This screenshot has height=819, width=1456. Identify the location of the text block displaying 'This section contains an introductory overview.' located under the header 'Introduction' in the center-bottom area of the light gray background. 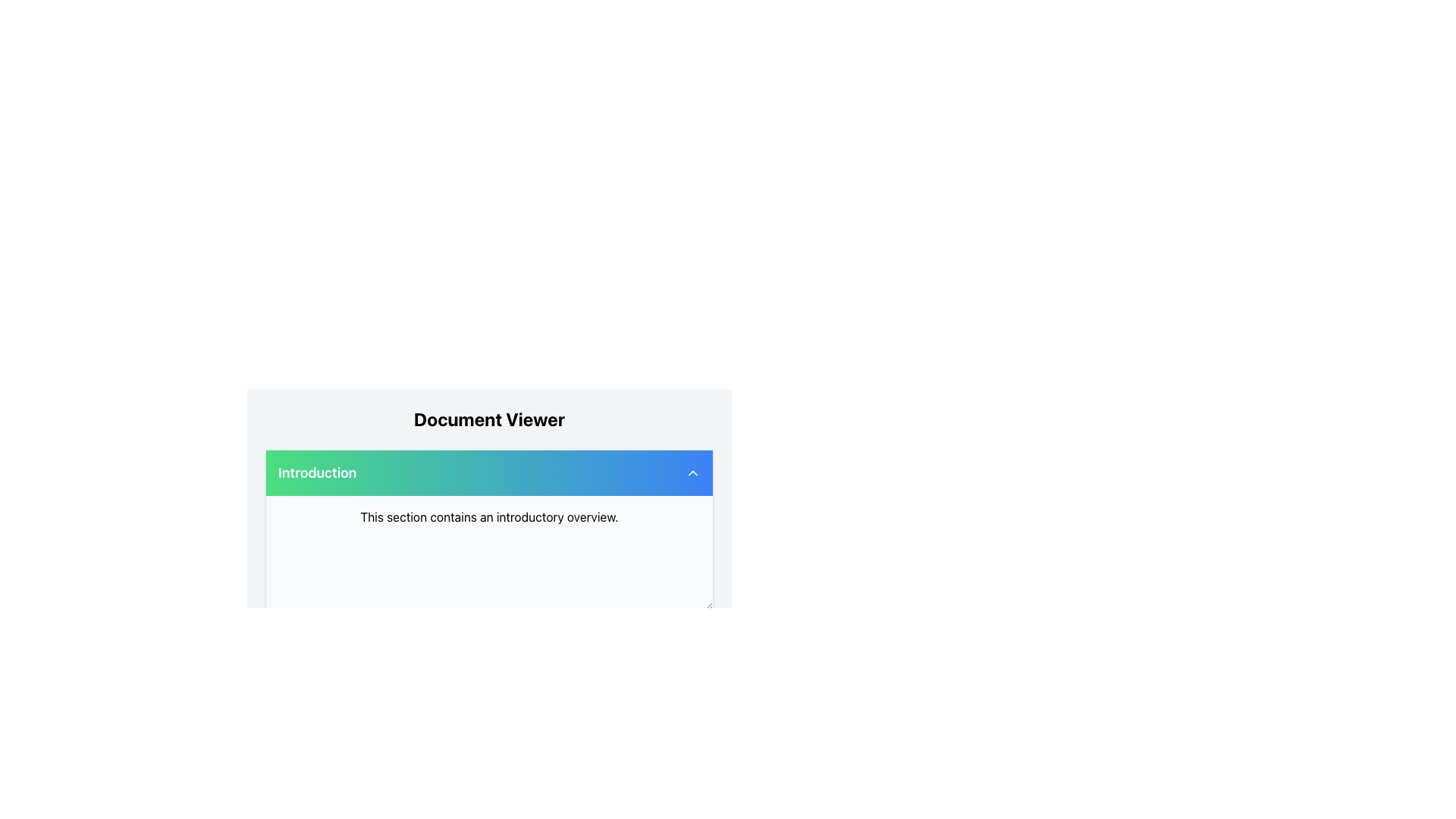
(489, 516).